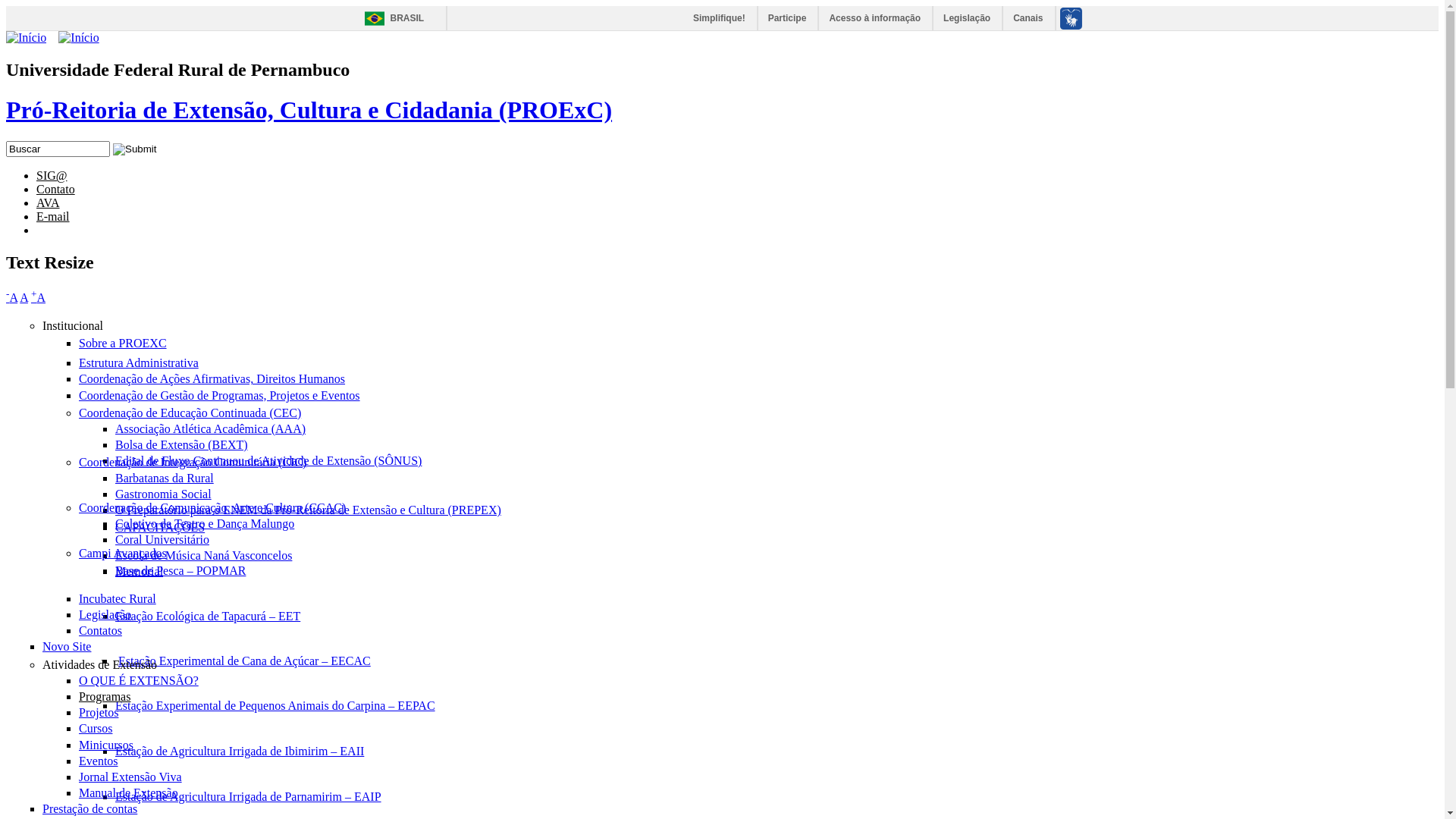 Image resolution: width=1456 pixels, height=819 pixels. Describe the element at coordinates (85, 224) in the screenshot. I see `'Toggle high contrast'` at that location.